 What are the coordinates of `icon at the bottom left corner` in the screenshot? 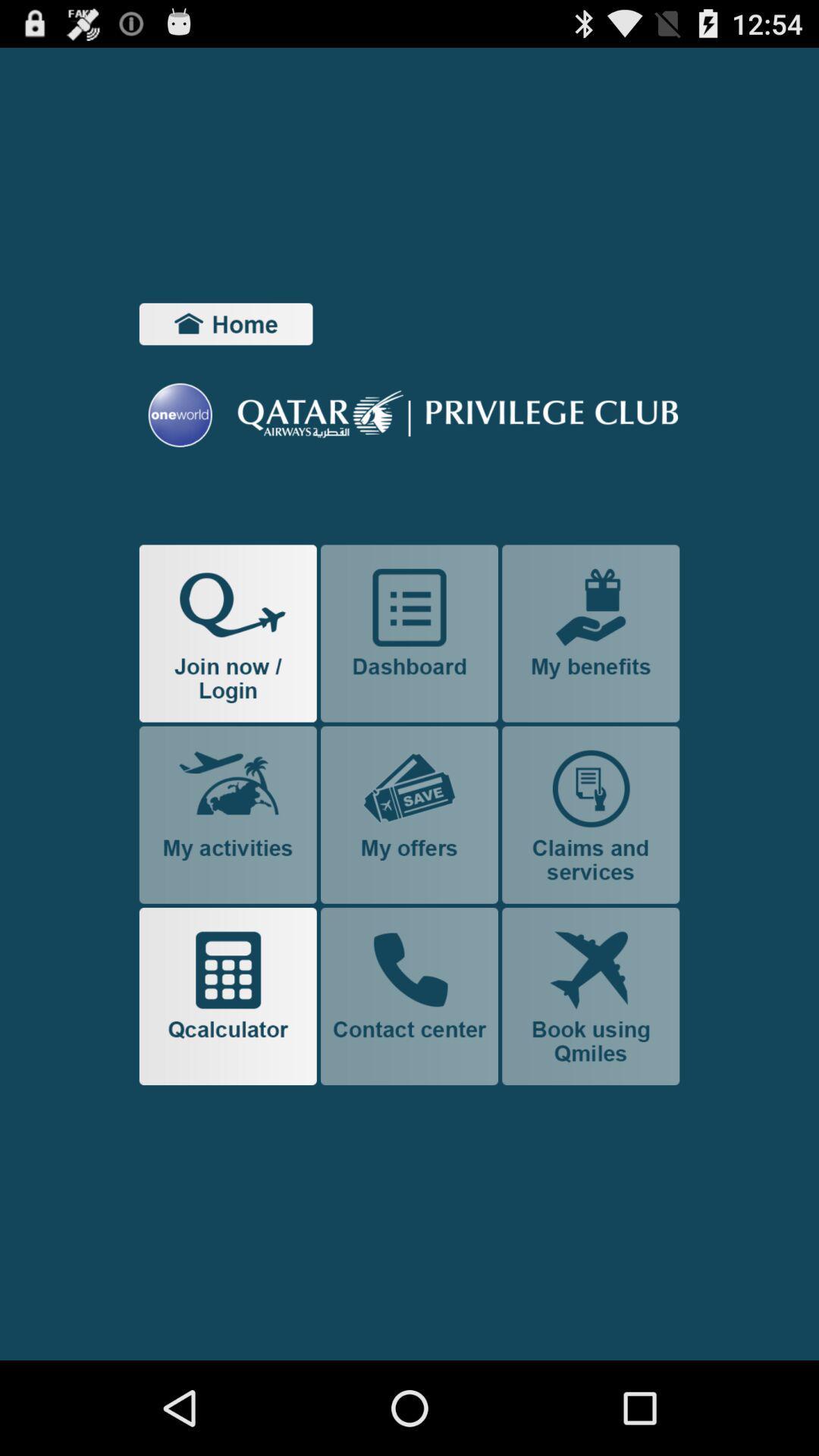 It's located at (227, 996).